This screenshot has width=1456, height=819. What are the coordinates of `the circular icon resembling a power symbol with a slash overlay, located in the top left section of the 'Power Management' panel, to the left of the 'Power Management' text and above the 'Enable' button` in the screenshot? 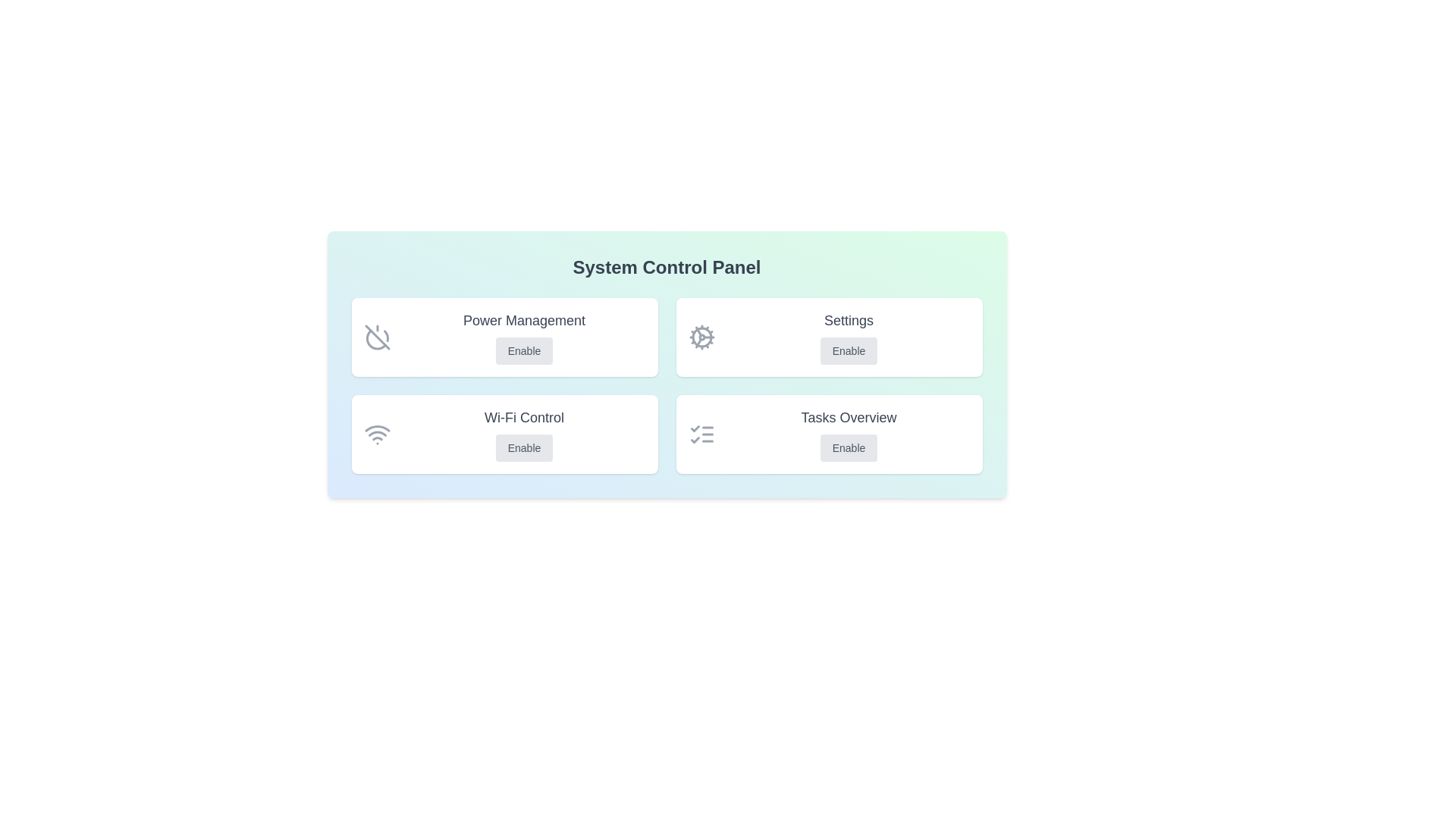 It's located at (377, 336).